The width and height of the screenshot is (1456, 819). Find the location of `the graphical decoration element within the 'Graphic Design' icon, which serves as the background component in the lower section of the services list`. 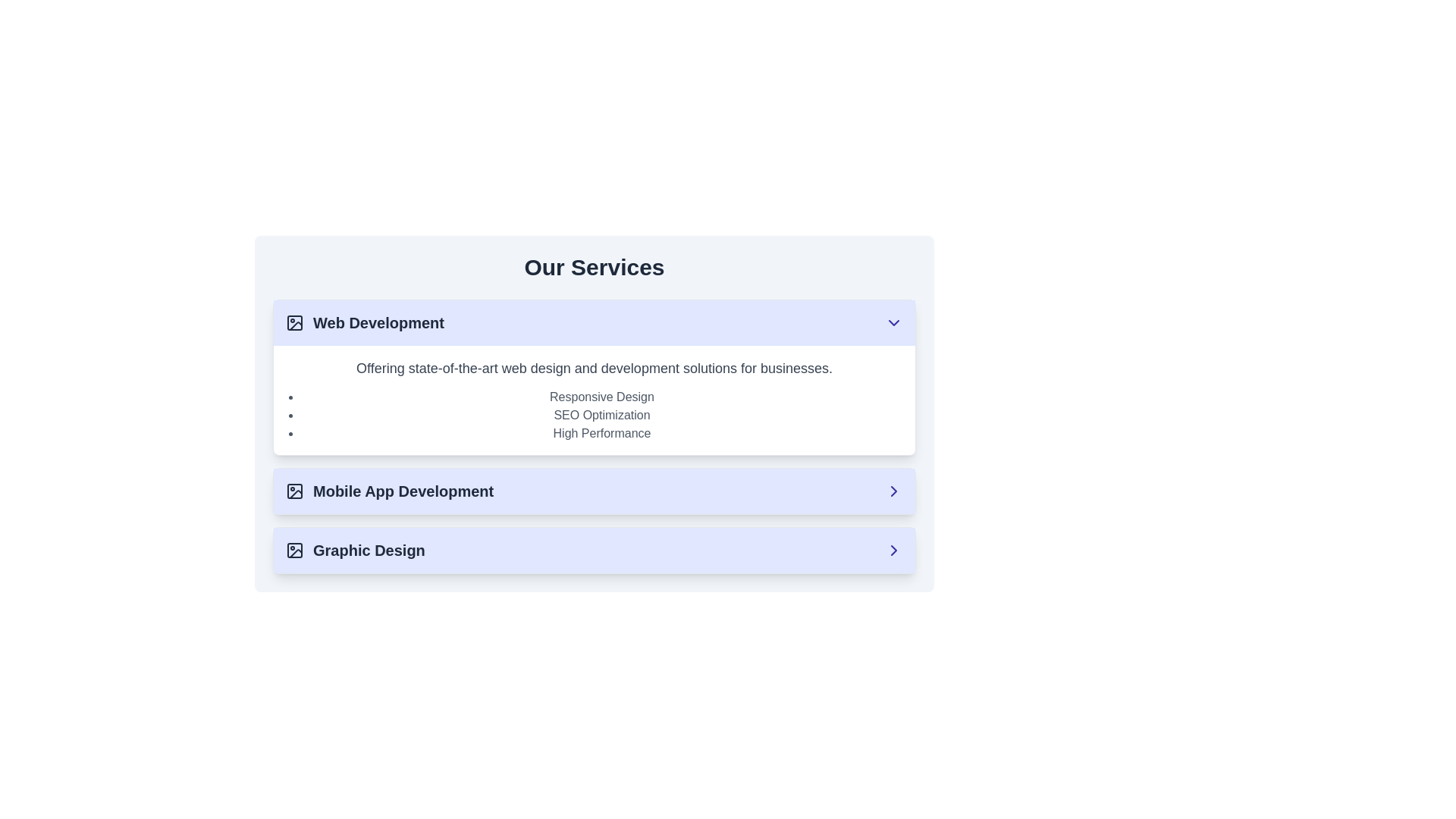

the graphical decoration element within the 'Graphic Design' icon, which serves as the background component in the lower section of the services list is located at coordinates (294, 550).